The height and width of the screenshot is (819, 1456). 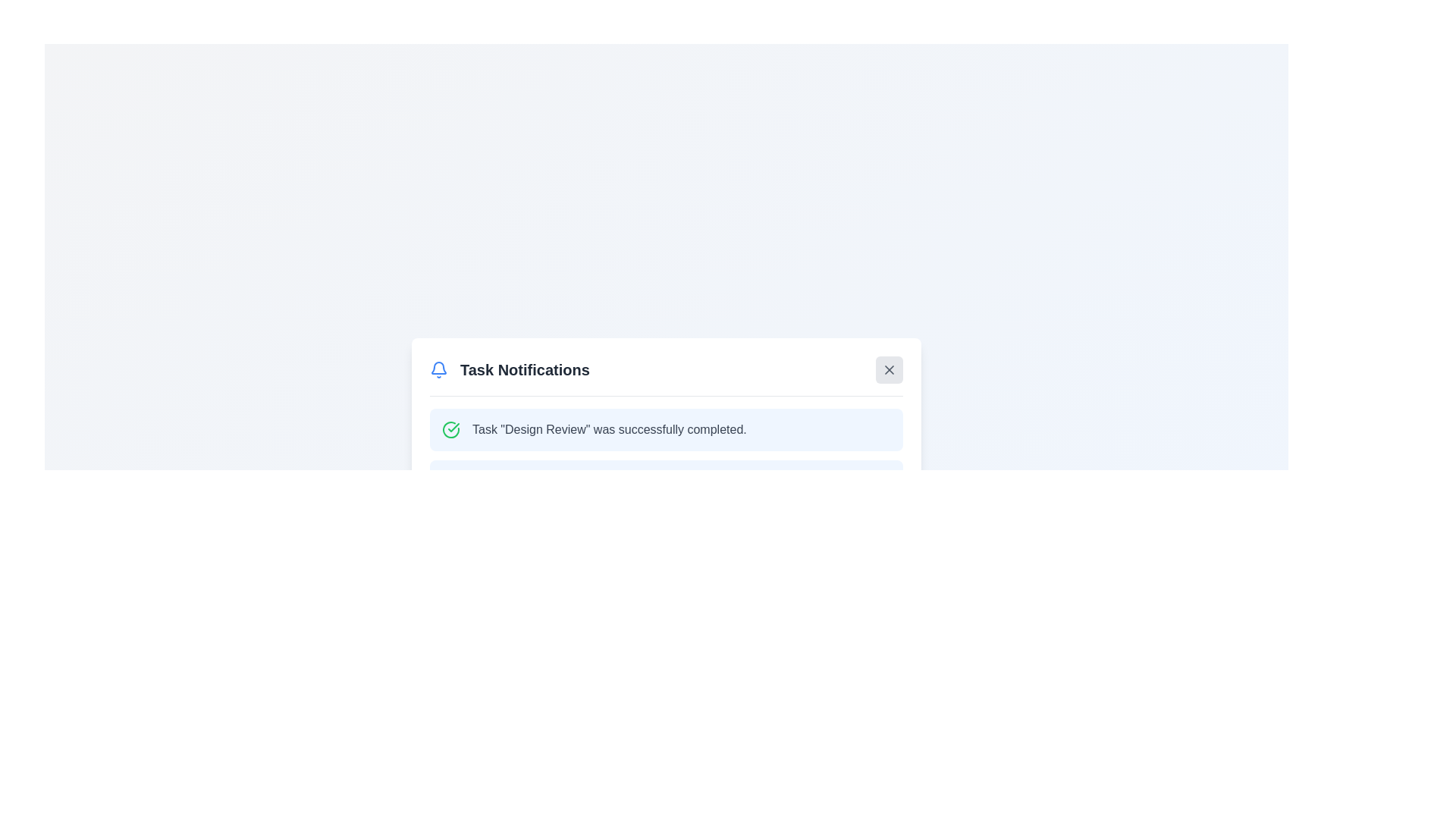 What do you see at coordinates (510, 369) in the screenshot?
I see `the 'Task Notifications' text label which features a bold, large font in dark gray color and is accompanied by a blue bell icon, located near the top left of the notification card, to the left of the close button` at bounding box center [510, 369].